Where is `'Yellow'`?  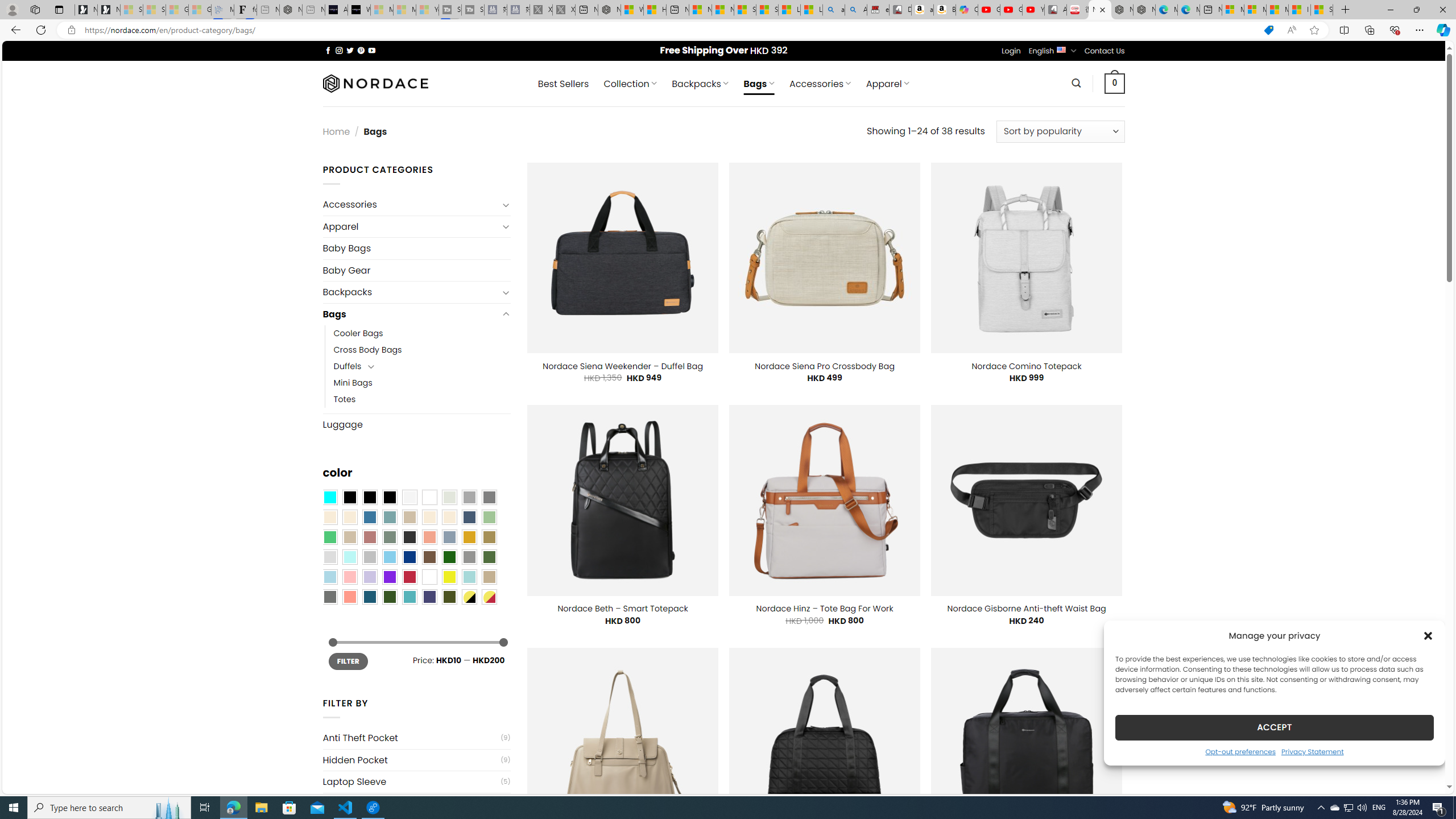
'Yellow' is located at coordinates (449, 577).